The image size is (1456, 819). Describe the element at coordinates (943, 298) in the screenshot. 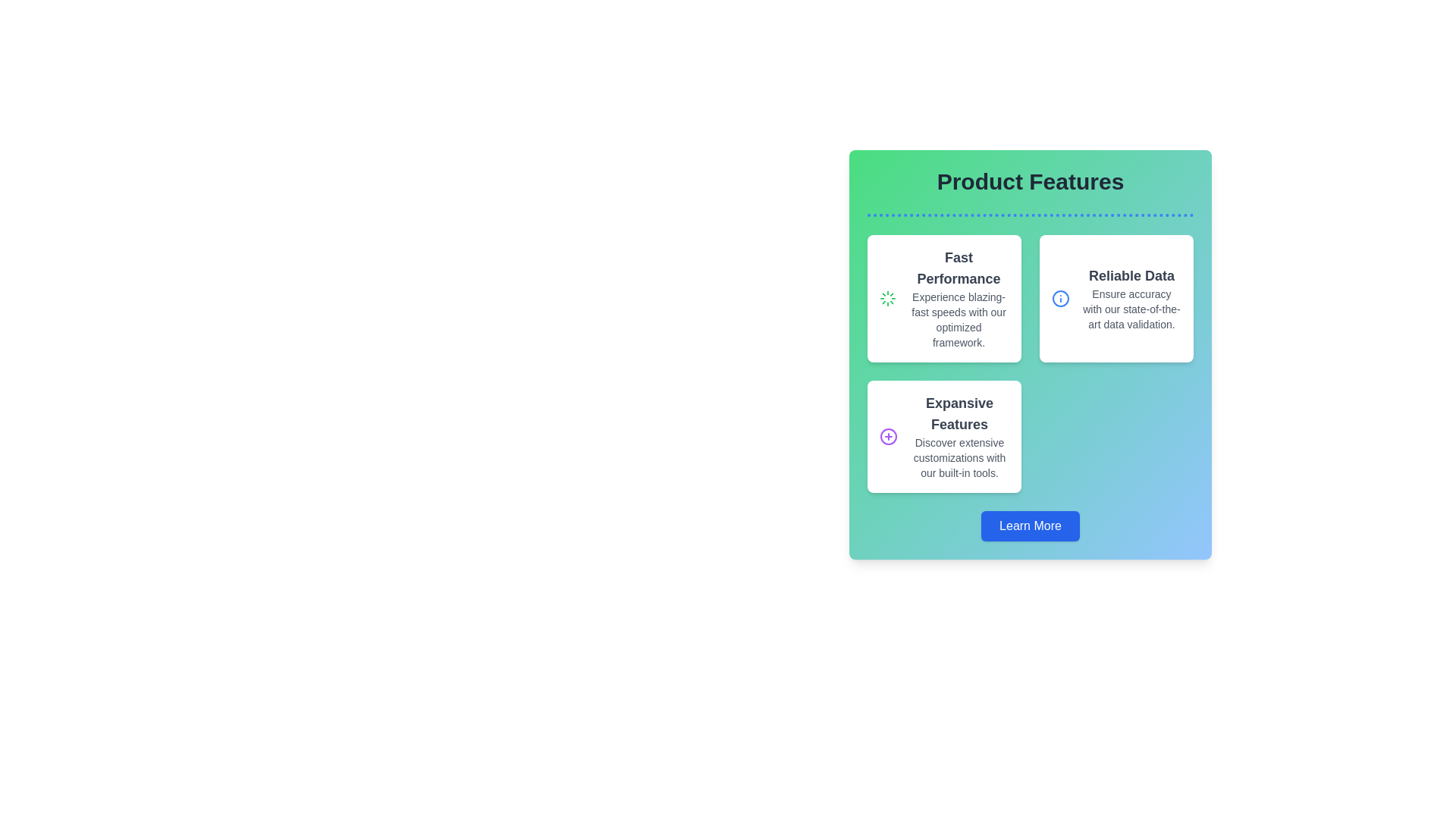

I see `the 'Fast Performance' Information Card located in the top-left section of the 2x2 grid under the 'Product Features' header` at that location.